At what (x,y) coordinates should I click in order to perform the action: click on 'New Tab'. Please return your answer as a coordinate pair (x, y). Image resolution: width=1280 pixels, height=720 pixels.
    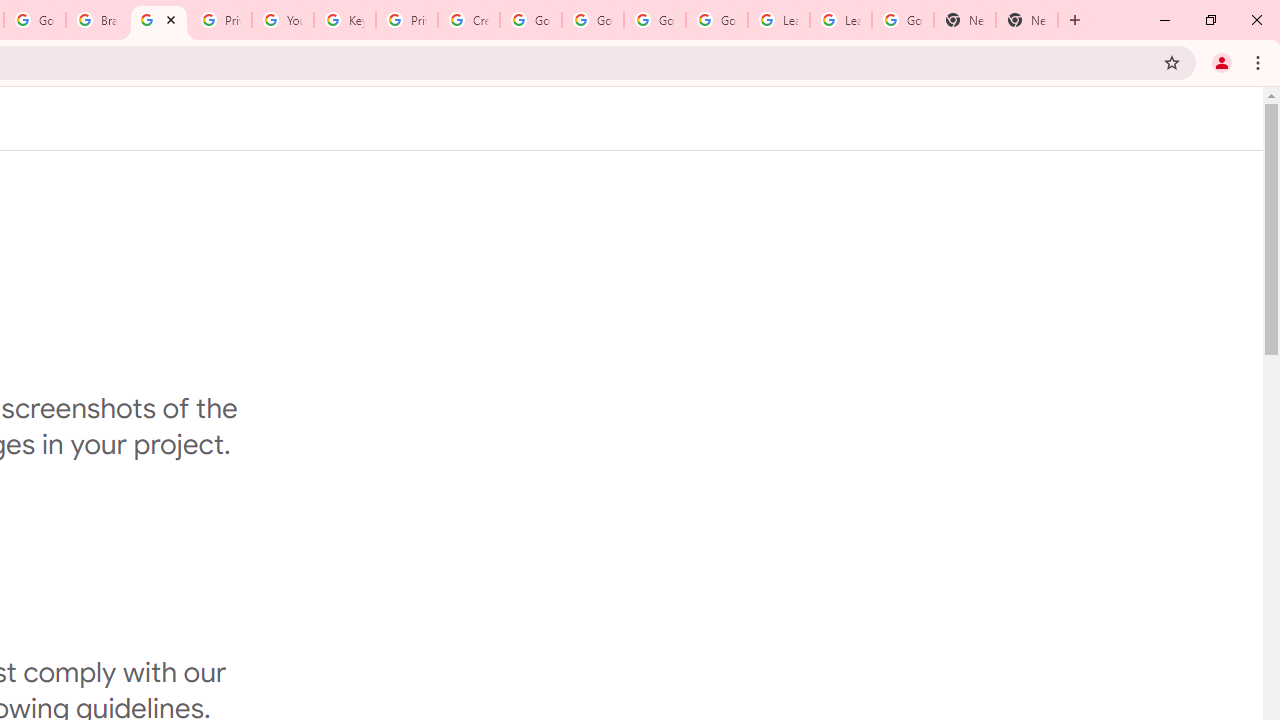
    Looking at the image, I should click on (1027, 20).